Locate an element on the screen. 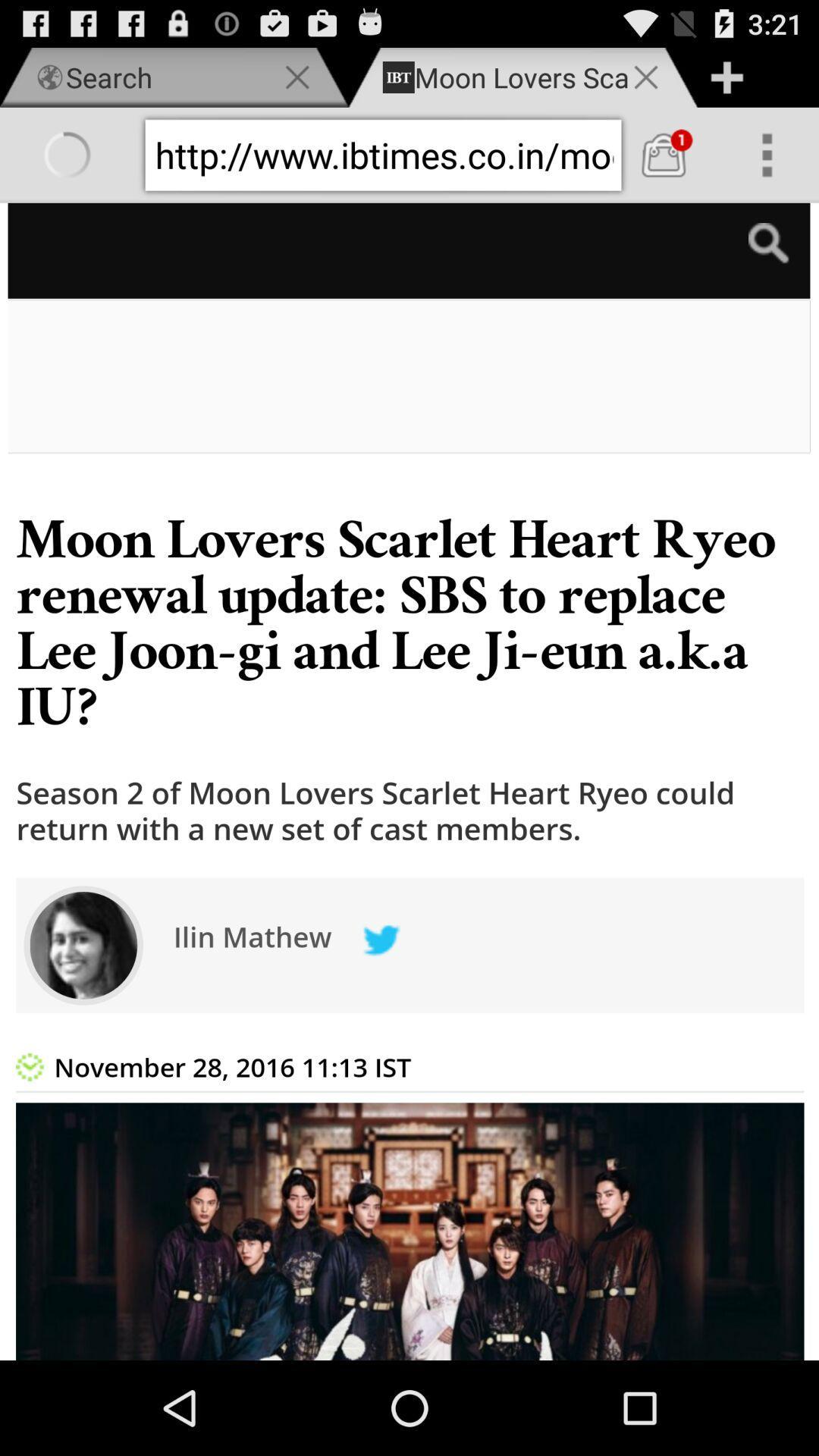 Image resolution: width=819 pixels, height=1456 pixels. the add icon is located at coordinates (726, 82).